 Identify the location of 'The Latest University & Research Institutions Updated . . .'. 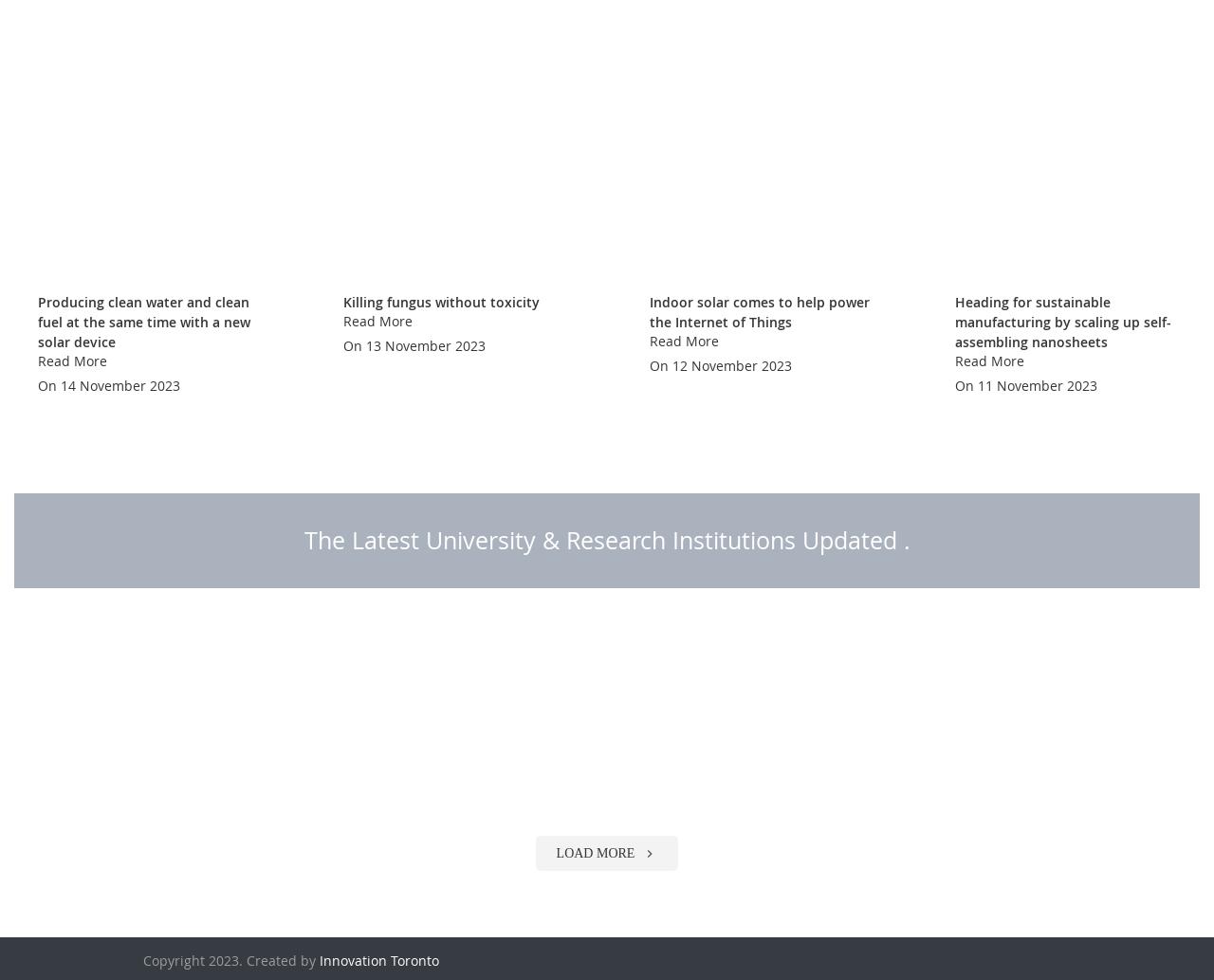
(605, 587).